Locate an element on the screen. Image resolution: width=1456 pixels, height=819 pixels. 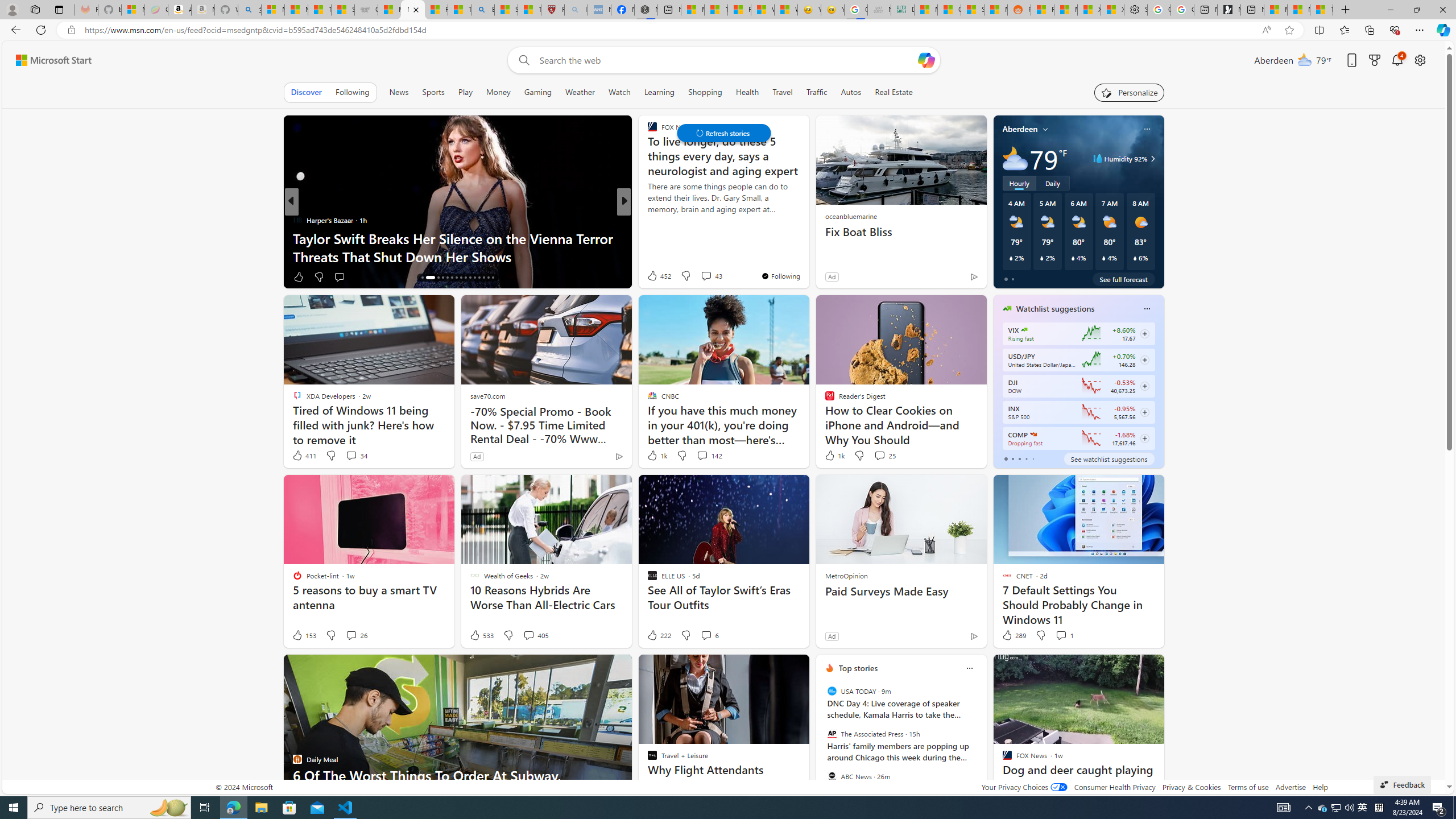
'AutomationID: tab-24' is located at coordinates (464, 277).